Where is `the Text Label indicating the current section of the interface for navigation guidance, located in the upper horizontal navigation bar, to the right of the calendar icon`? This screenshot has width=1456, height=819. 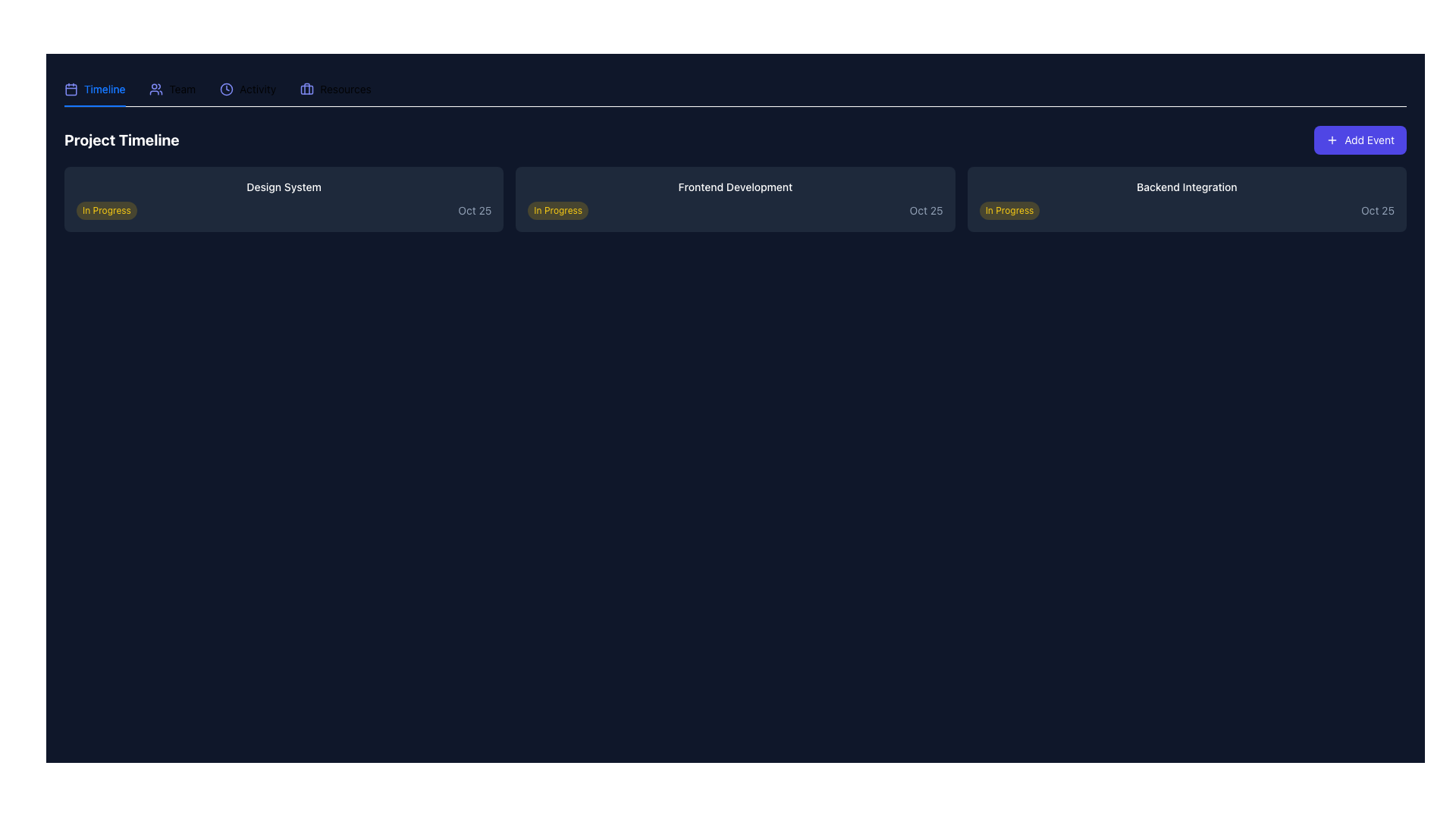
the Text Label indicating the current section of the interface for navigation guidance, located in the upper horizontal navigation bar, to the right of the calendar icon is located at coordinates (104, 89).